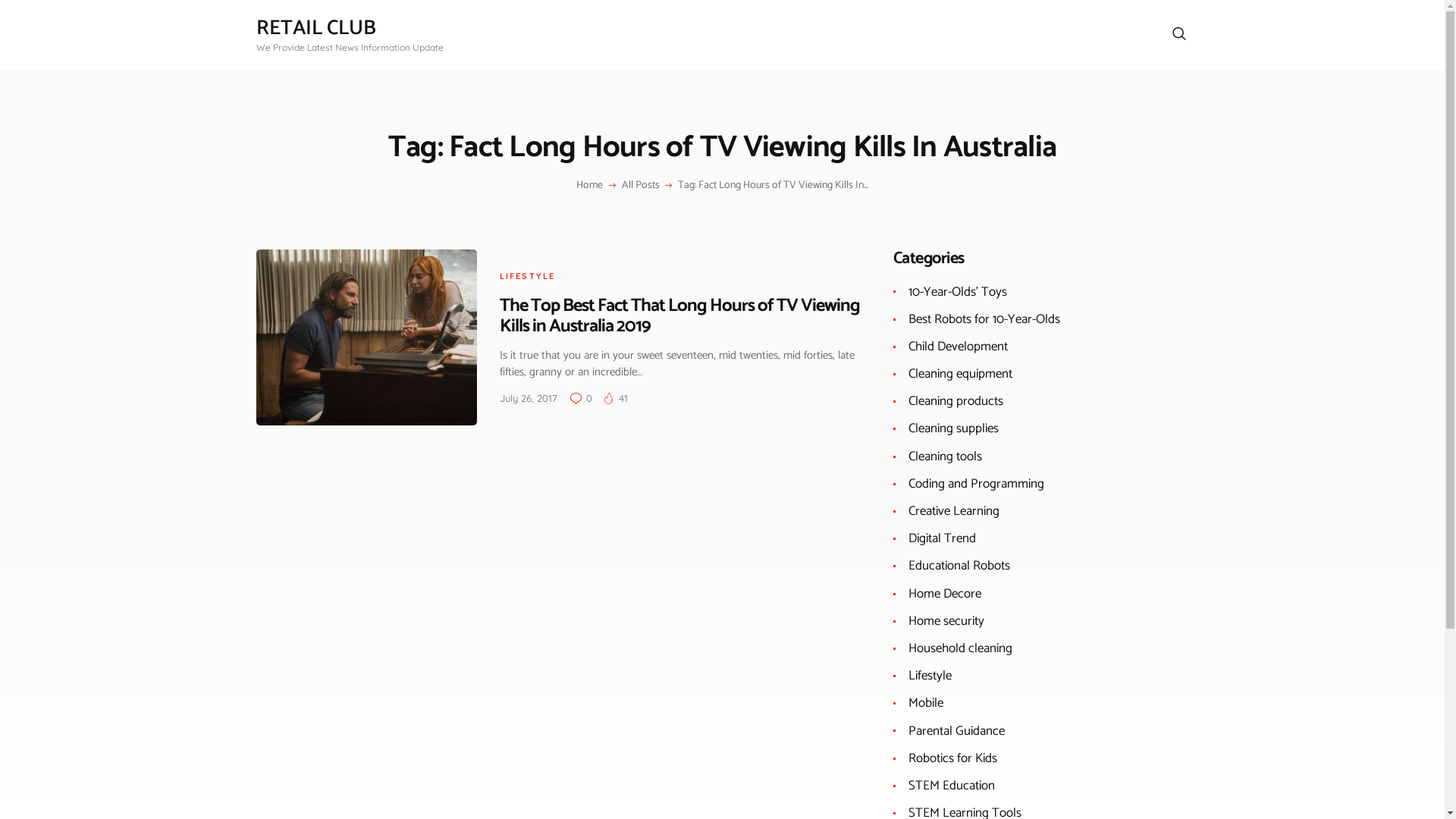 This screenshot has width=1456, height=819. I want to click on 'Digital Trend', so click(908, 537).